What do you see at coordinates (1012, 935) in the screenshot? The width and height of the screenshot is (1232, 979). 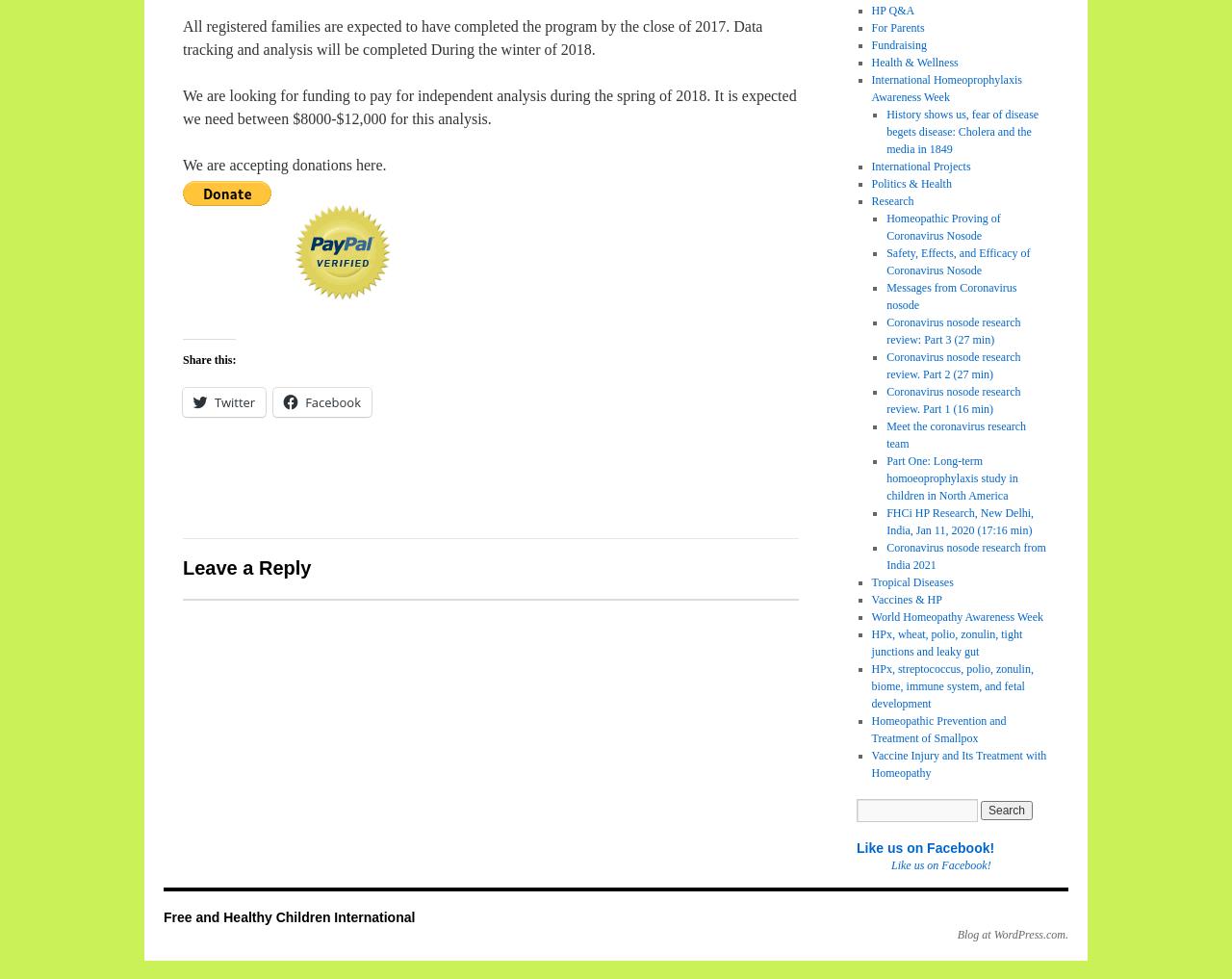 I see `'Blog at WordPress.com.'` at bounding box center [1012, 935].